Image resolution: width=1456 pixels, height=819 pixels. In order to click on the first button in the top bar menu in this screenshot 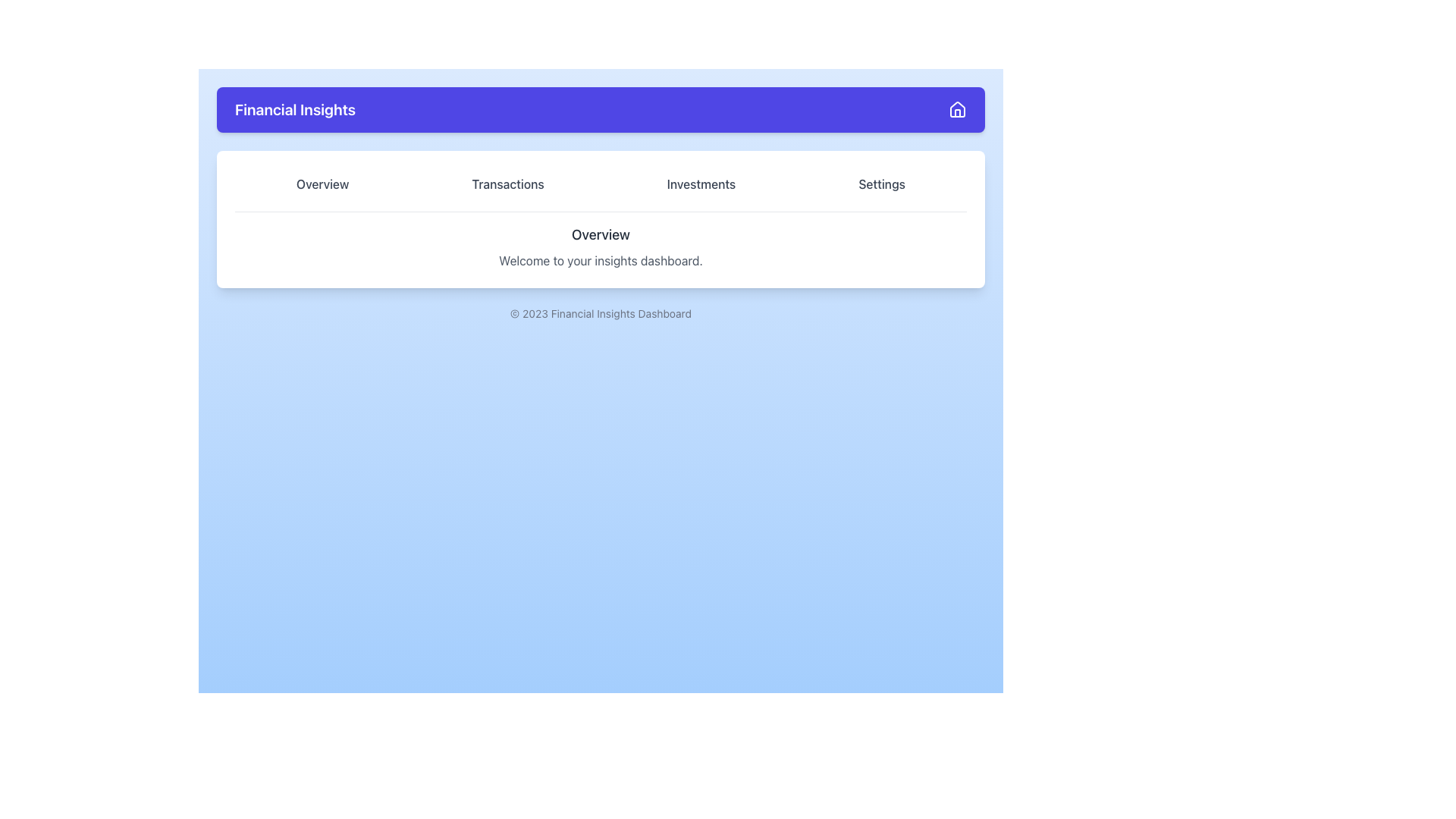, I will do `click(322, 184)`.